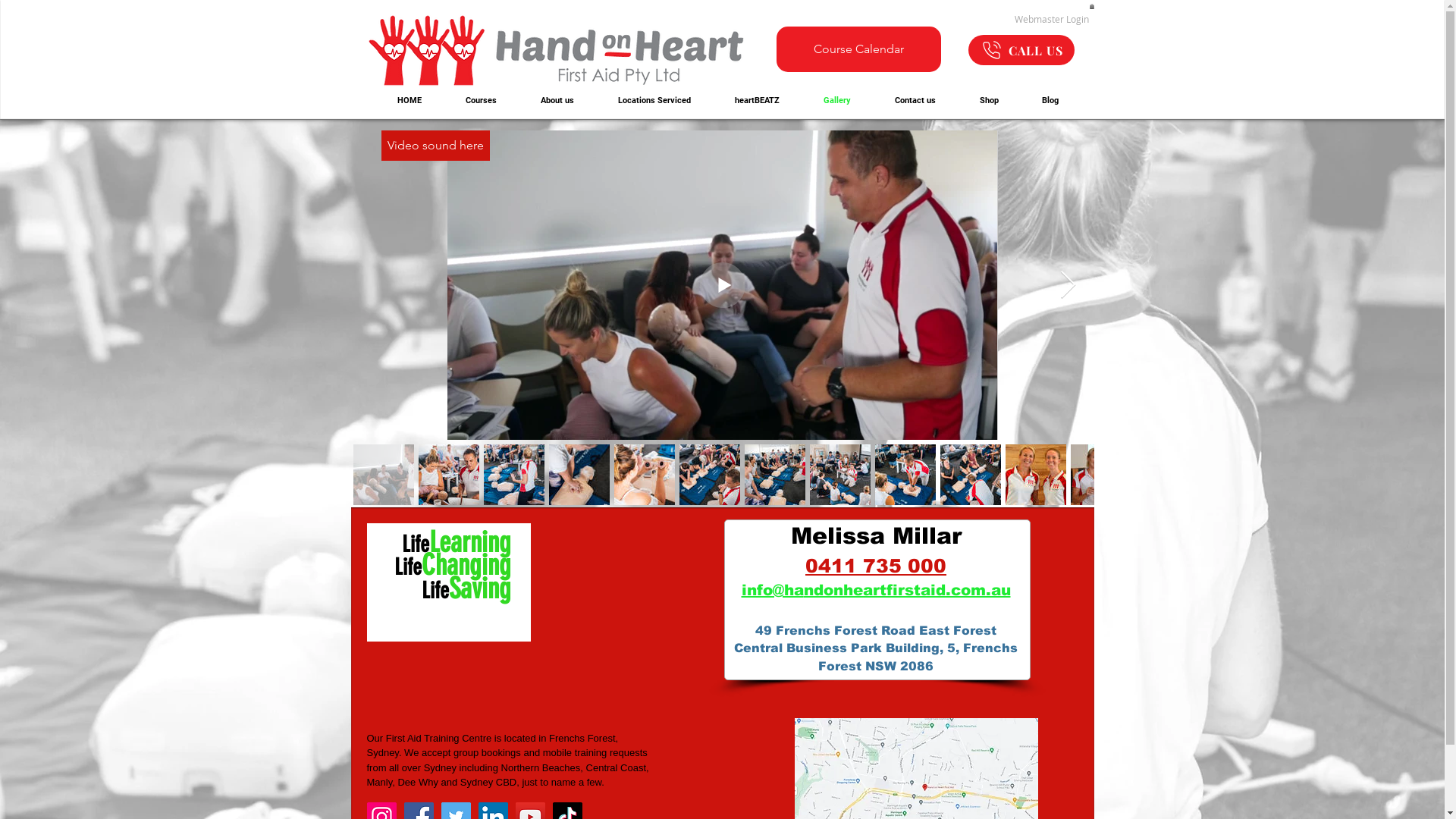 The width and height of the screenshot is (1456, 819). Describe the element at coordinates (876, 589) in the screenshot. I see `'info@handonheartfirstaid.com.au'` at that location.